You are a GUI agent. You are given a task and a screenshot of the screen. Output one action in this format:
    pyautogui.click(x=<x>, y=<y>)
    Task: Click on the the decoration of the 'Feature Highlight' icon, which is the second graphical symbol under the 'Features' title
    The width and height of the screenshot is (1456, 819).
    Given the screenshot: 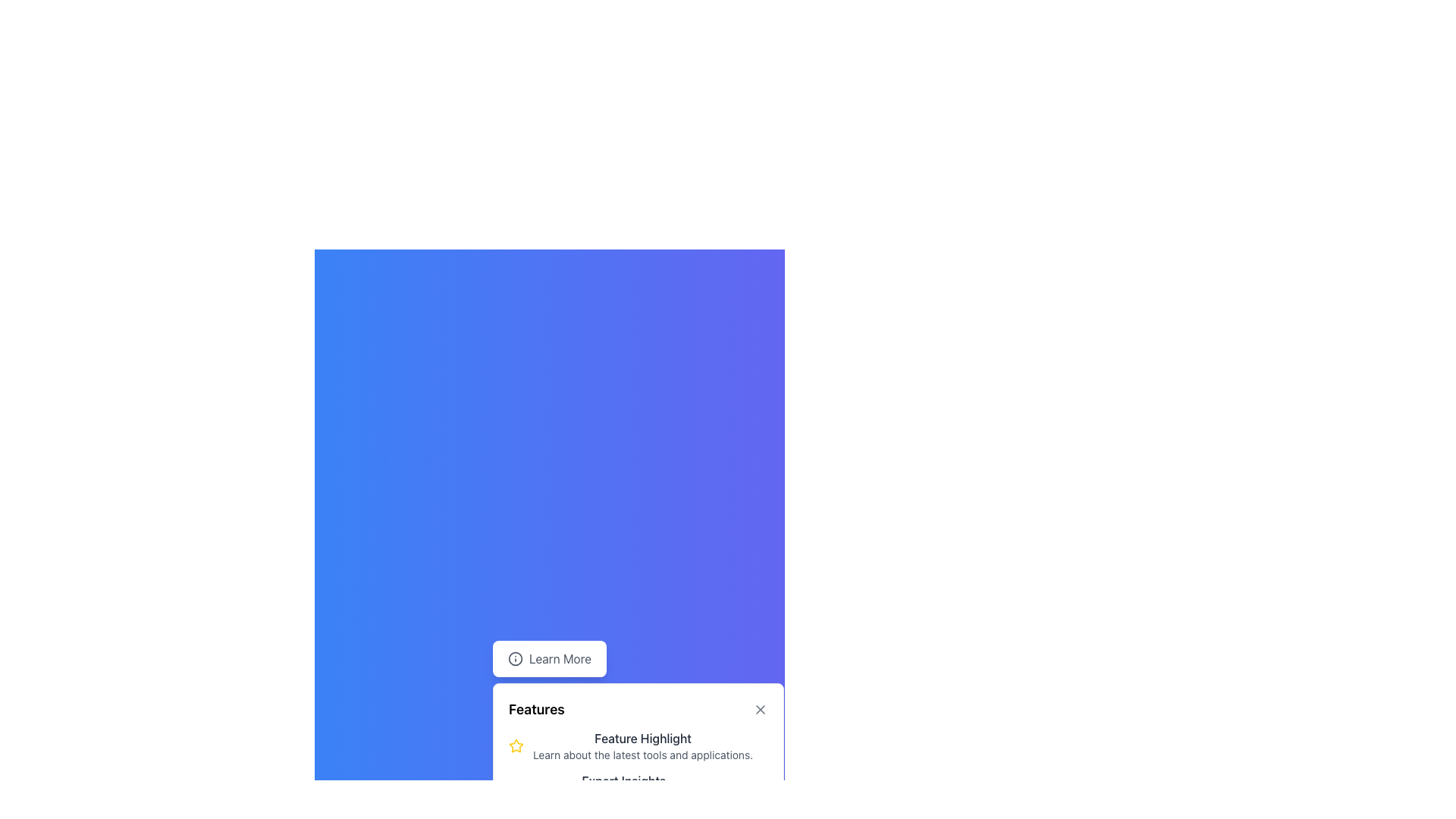 What is the action you would take?
    pyautogui.click(x=516, y=787)
    